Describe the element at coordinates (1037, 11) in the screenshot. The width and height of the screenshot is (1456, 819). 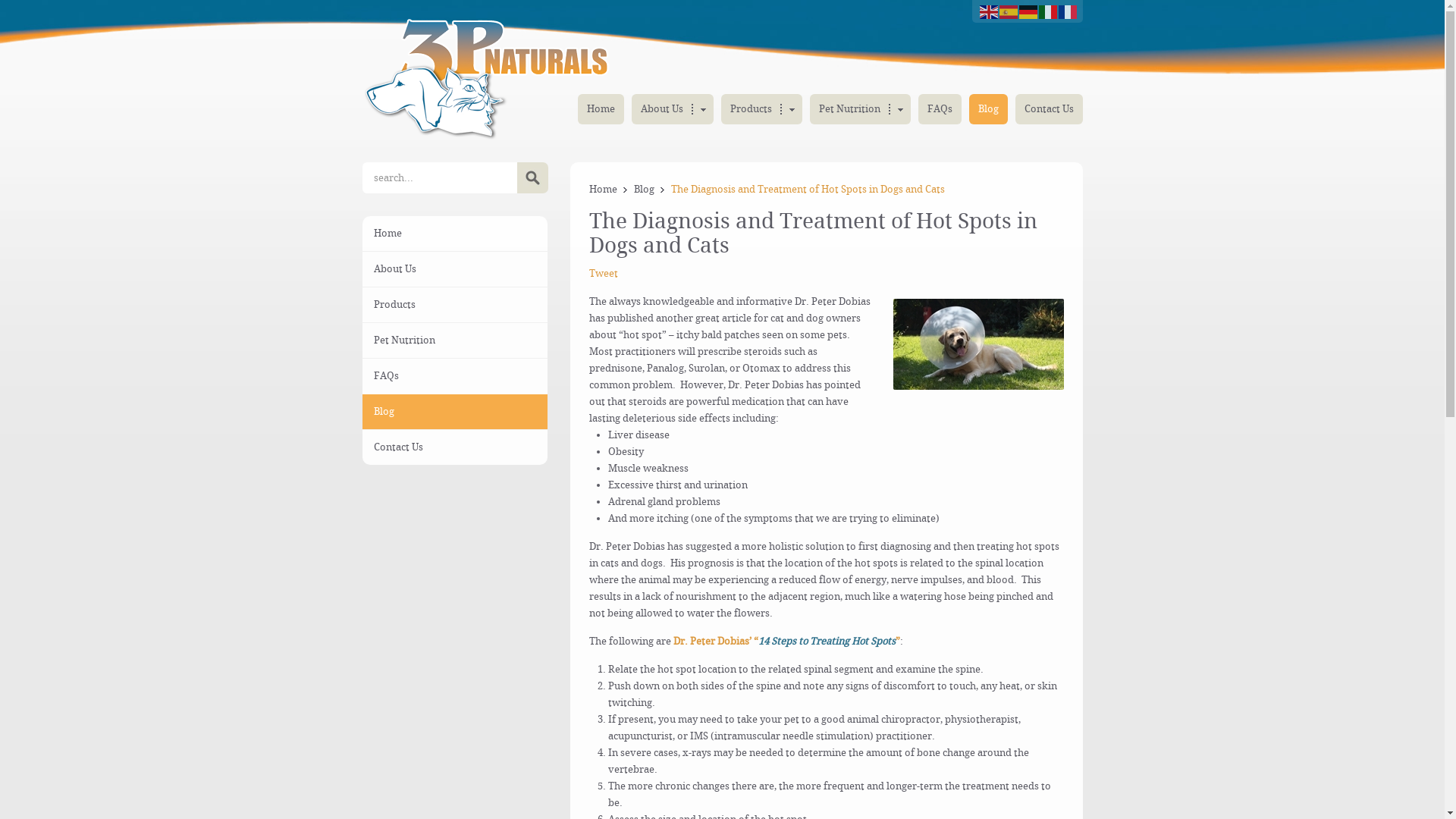
I see `'Italiano'` at that location.